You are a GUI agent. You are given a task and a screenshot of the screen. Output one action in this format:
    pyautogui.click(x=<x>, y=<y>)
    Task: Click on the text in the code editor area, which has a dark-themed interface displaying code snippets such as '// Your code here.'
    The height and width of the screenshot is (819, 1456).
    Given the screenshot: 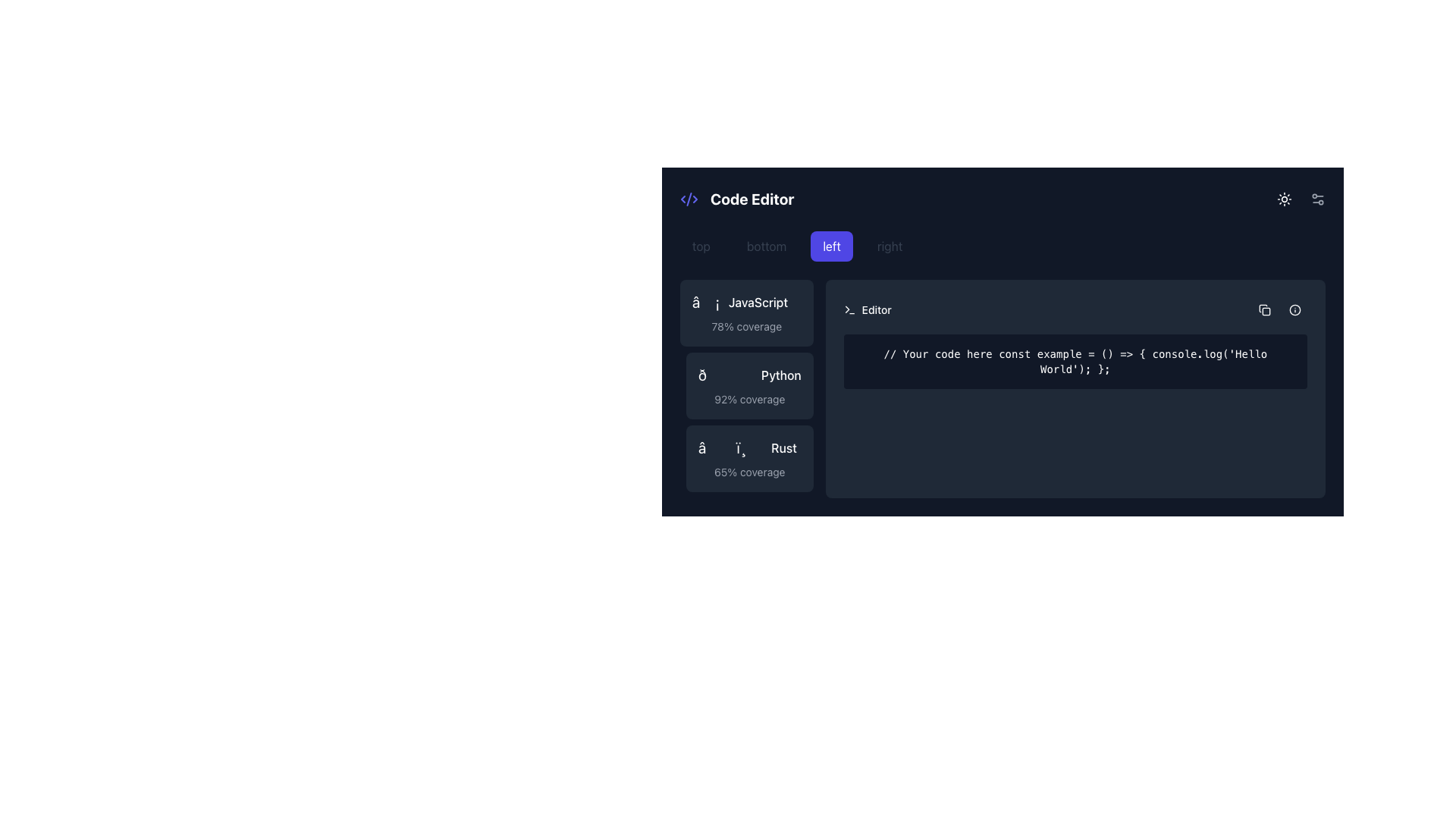 What is the action you would take?
    pyautogui.click(x=1003, y=388)
    